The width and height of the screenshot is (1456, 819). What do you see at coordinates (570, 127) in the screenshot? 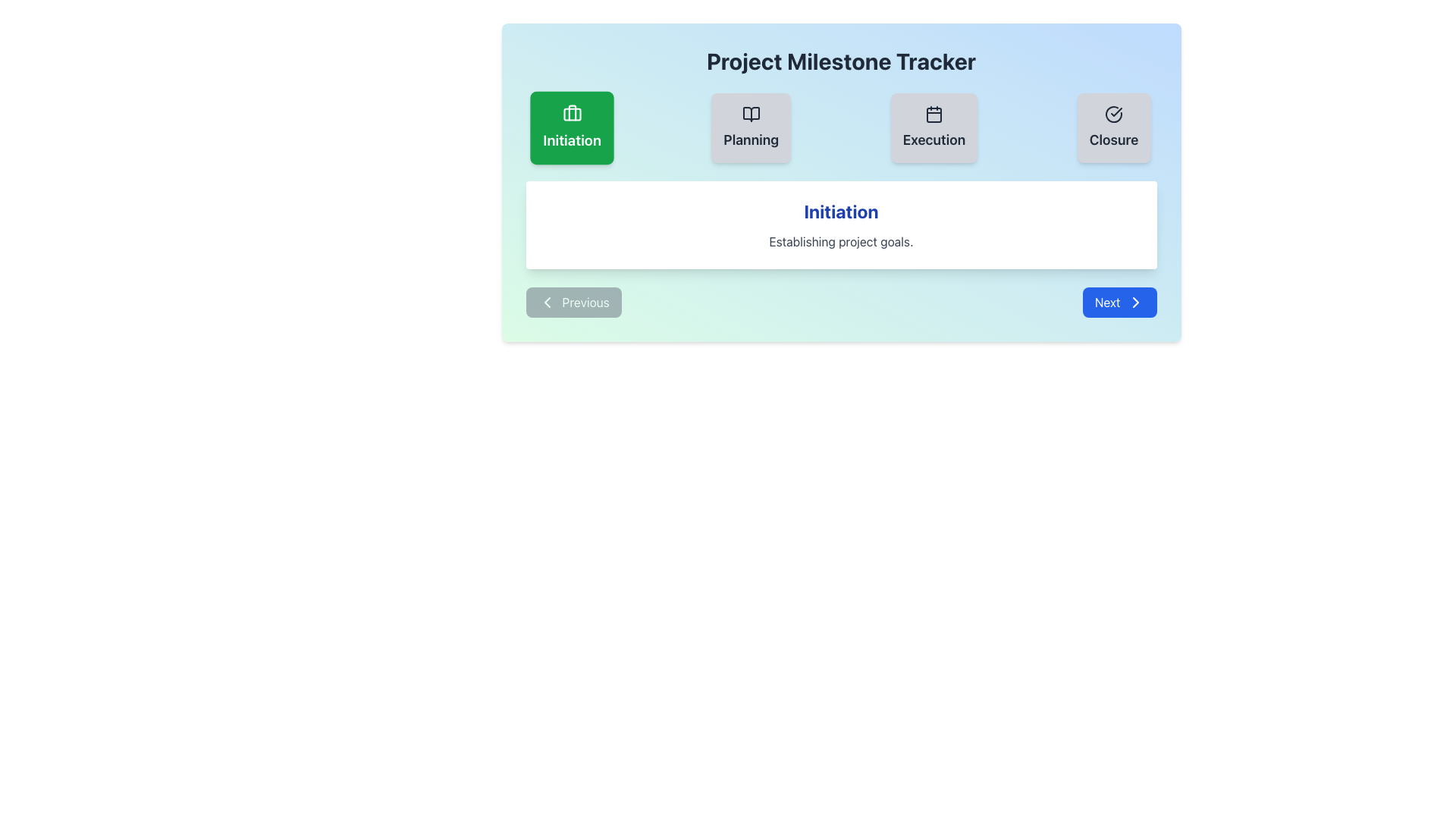
I see `the card with a green background and bold white text 'Initiation'` at bounding box center [570, 127].